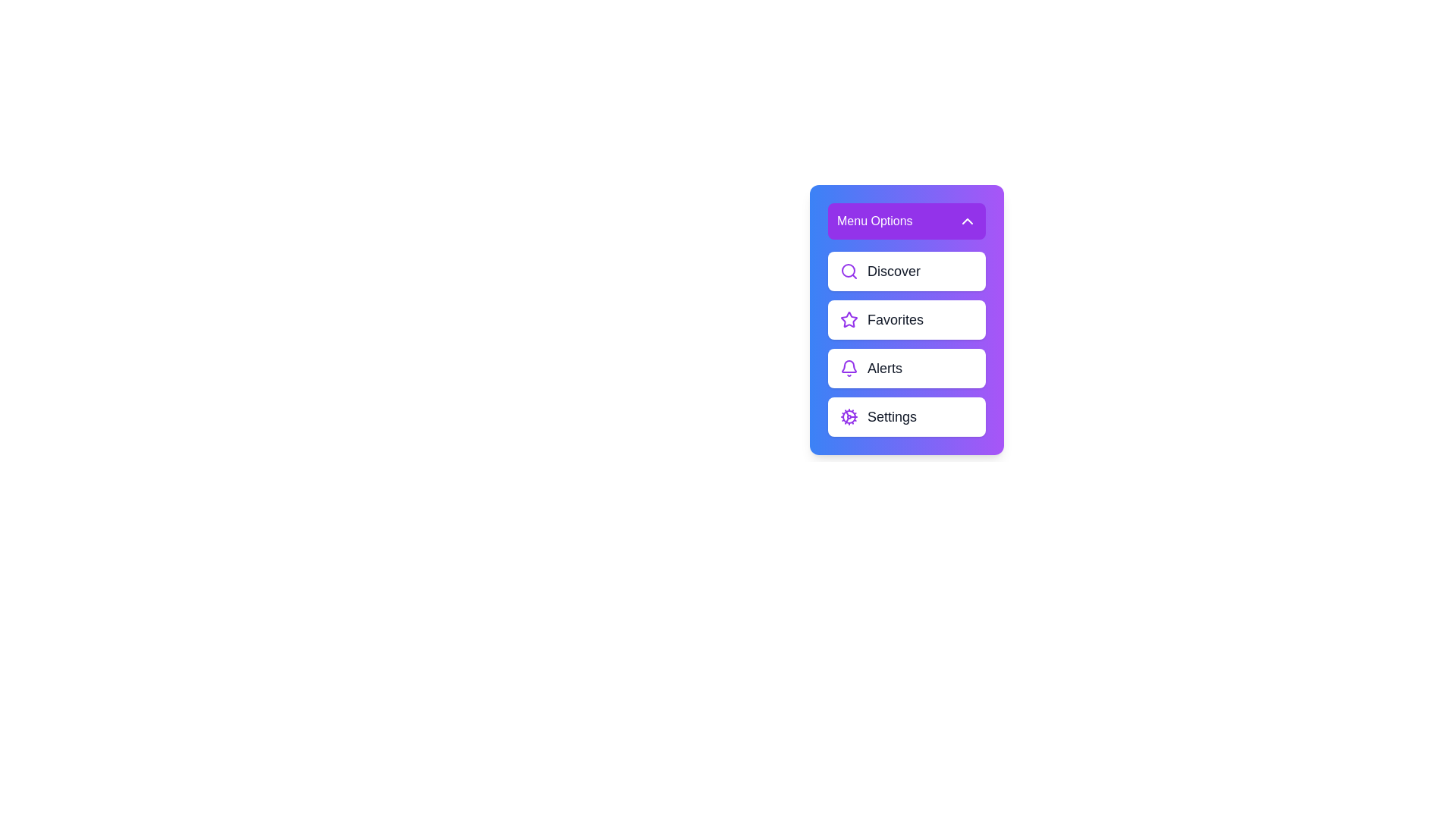 The width and height of the screenshot is (1456, 819). What do you see at coordinates (848, 318) in the screenshot?
I see `the star icon element styled with a purple color, located inside the 'Favorites' menu item` at bounding box center [848, 318].